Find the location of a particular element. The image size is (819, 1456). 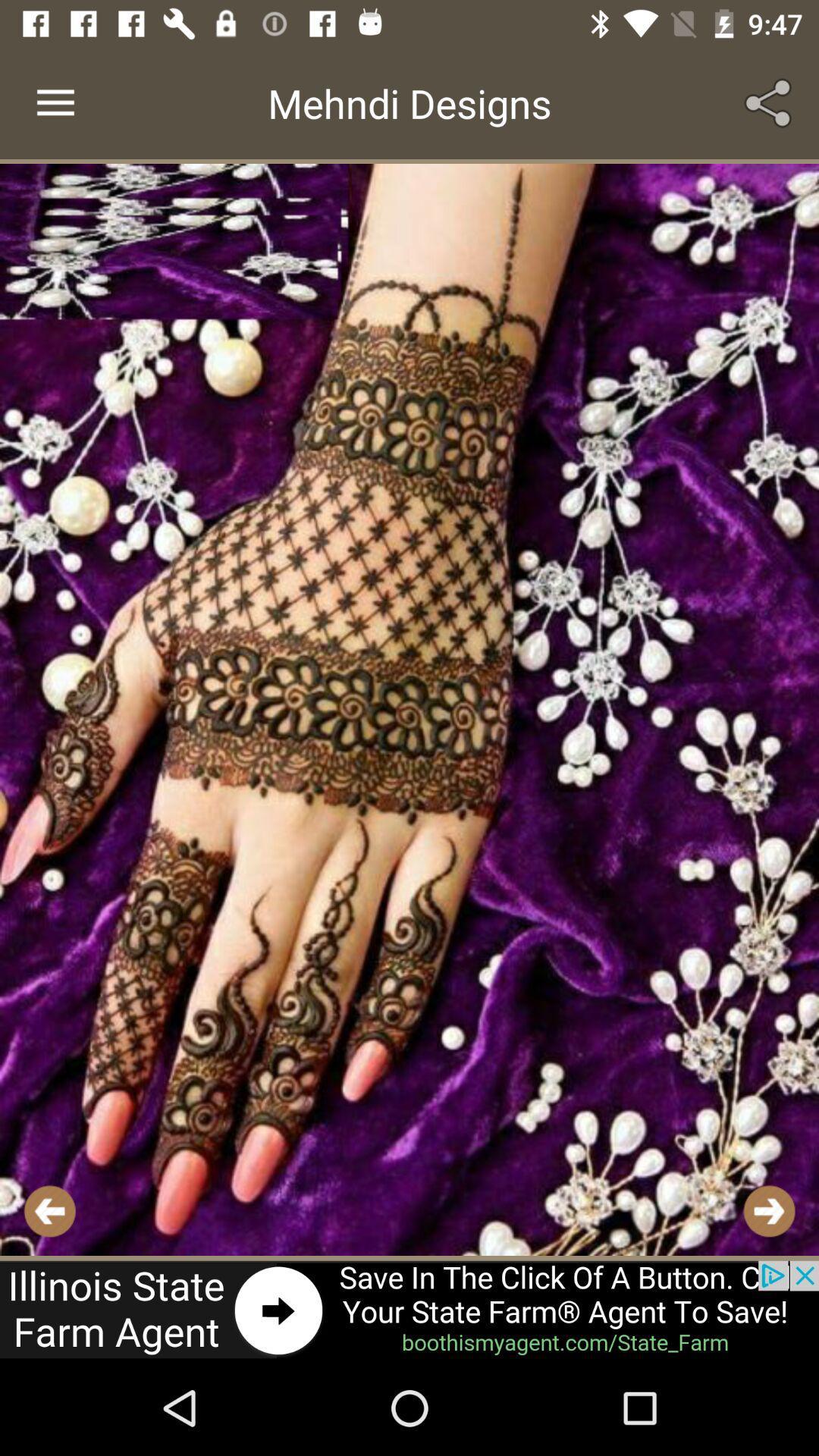

website is located at coordinates (409, 1310).